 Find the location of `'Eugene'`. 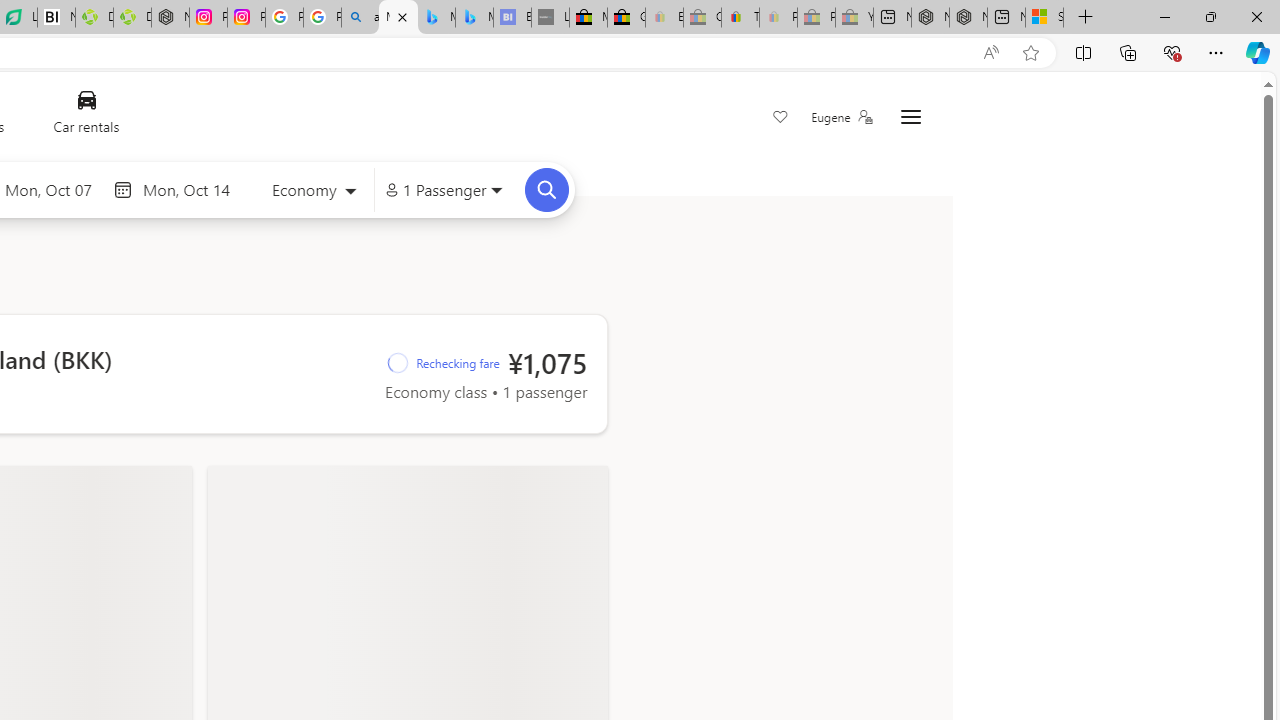

'Eugene' is located at coordinates (841, 117).